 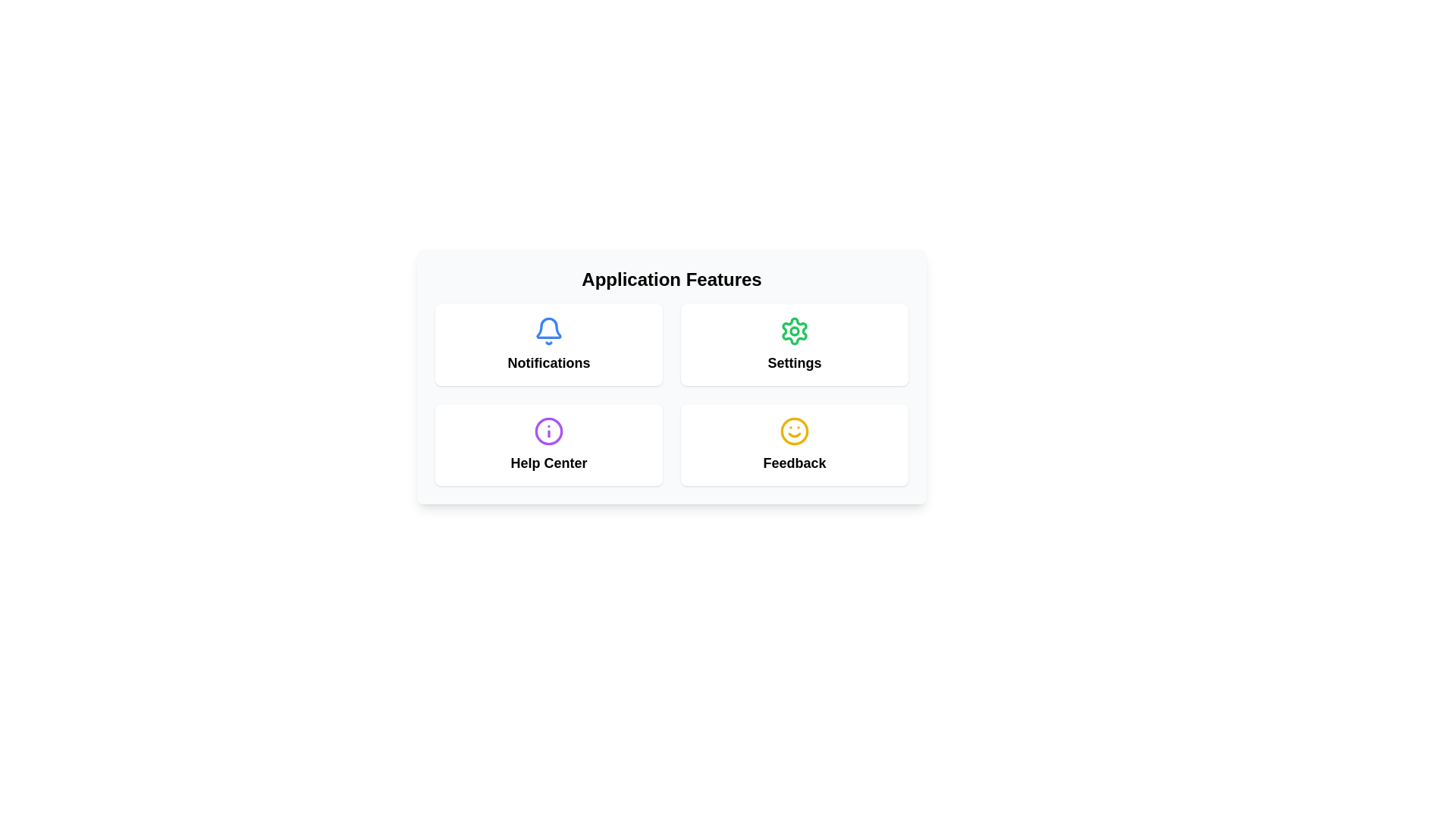 What do you see at coordinates (548, 345) in the screenshot?
I see `the blue bell icon labeled 'Notifications'` at bounding box center [548, 345].